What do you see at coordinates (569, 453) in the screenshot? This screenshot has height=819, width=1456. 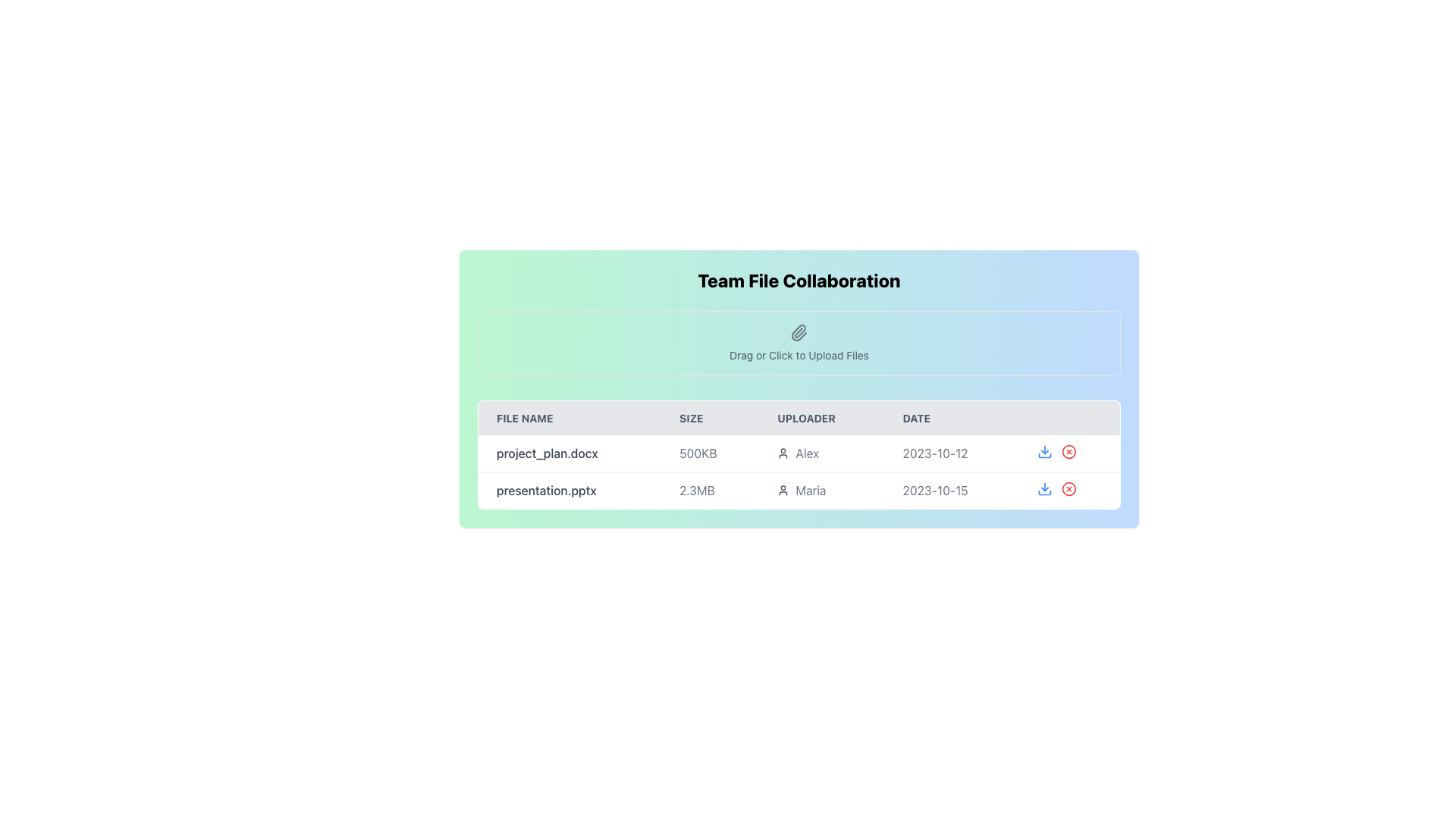 I see `the text label representing the name of a file in the first row of the files table under the 'FILE NAME' column` at bounding box center [569, 453].